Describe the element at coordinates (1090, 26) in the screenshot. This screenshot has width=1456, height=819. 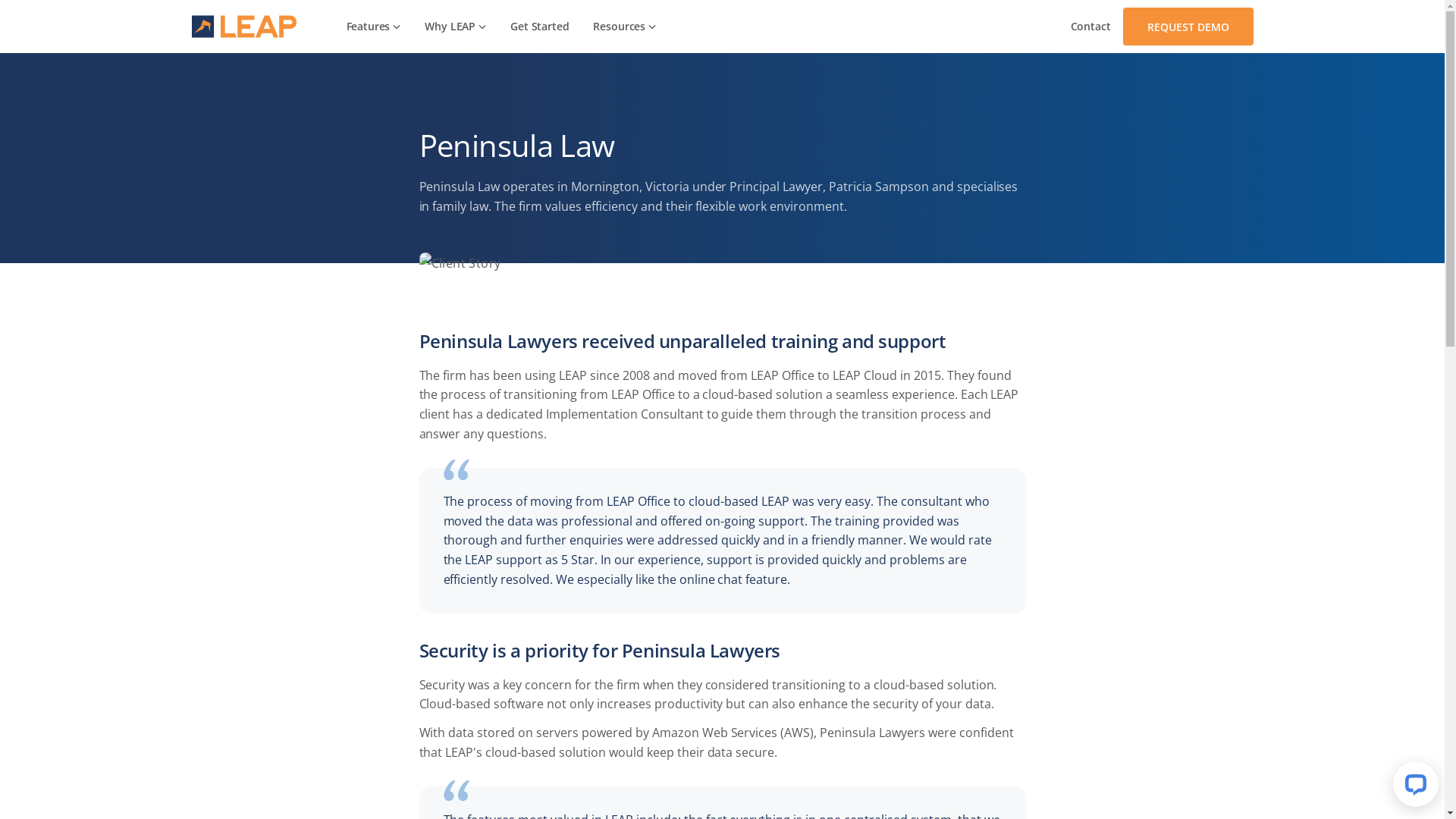
I see `'Contact'` at that location.